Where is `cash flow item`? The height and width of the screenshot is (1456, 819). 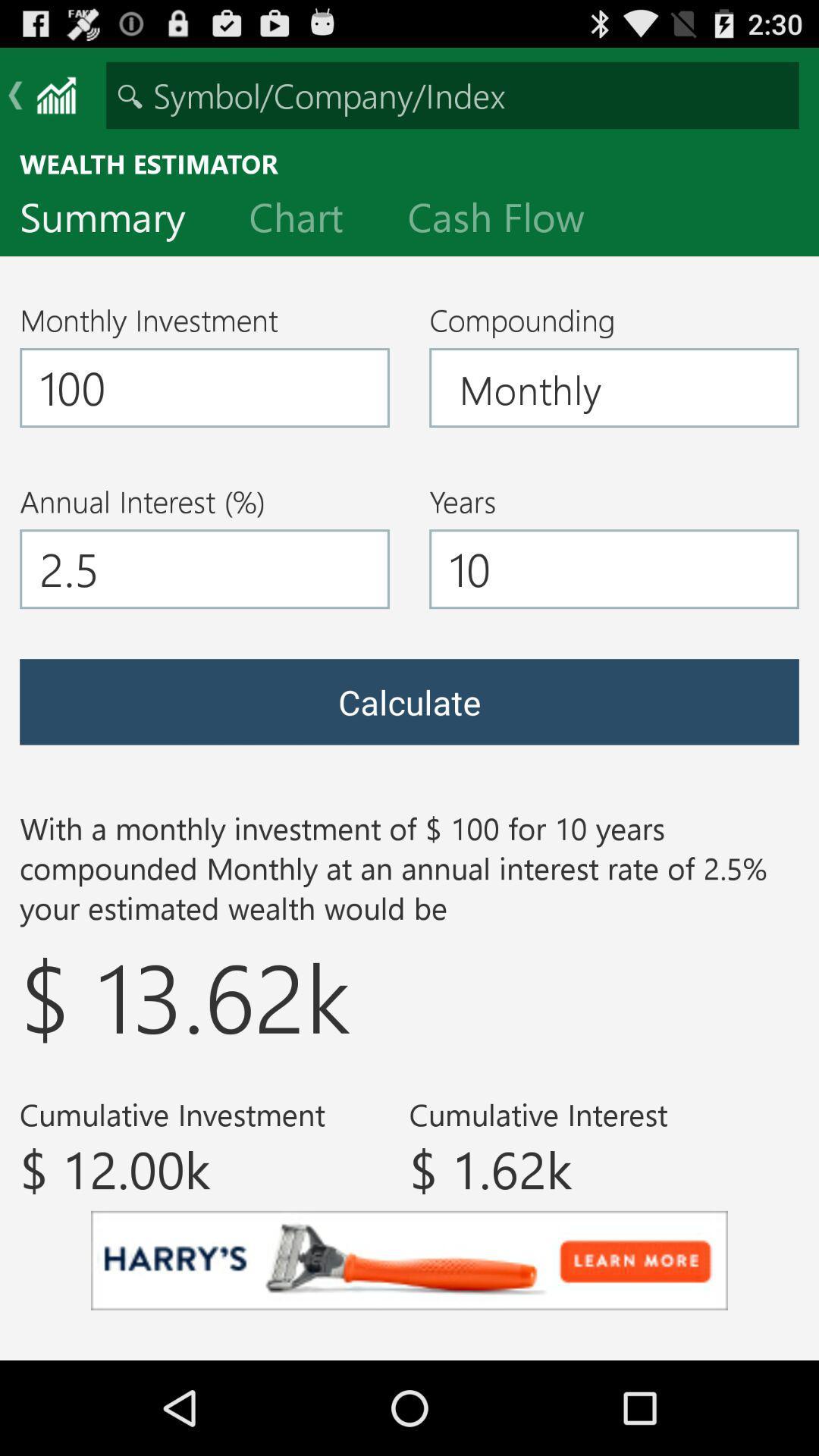 cash flow item is located at coordinates (508, 220).